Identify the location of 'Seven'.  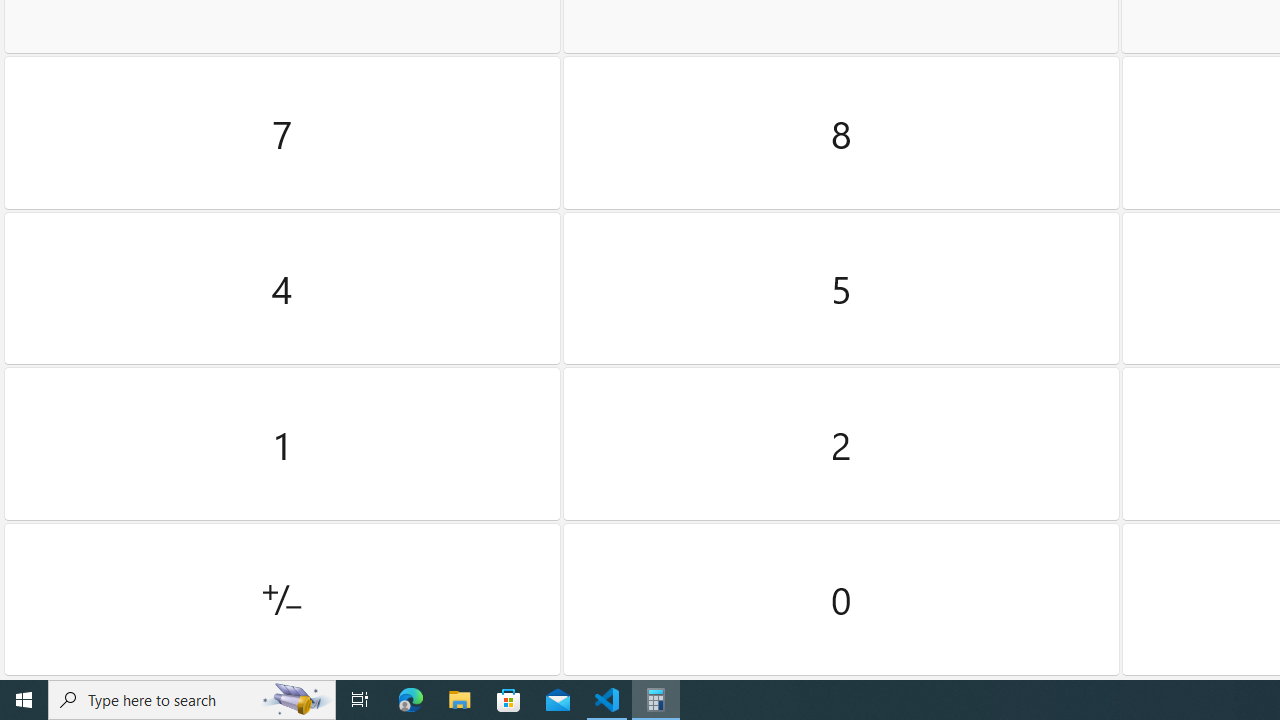
(281, 133).